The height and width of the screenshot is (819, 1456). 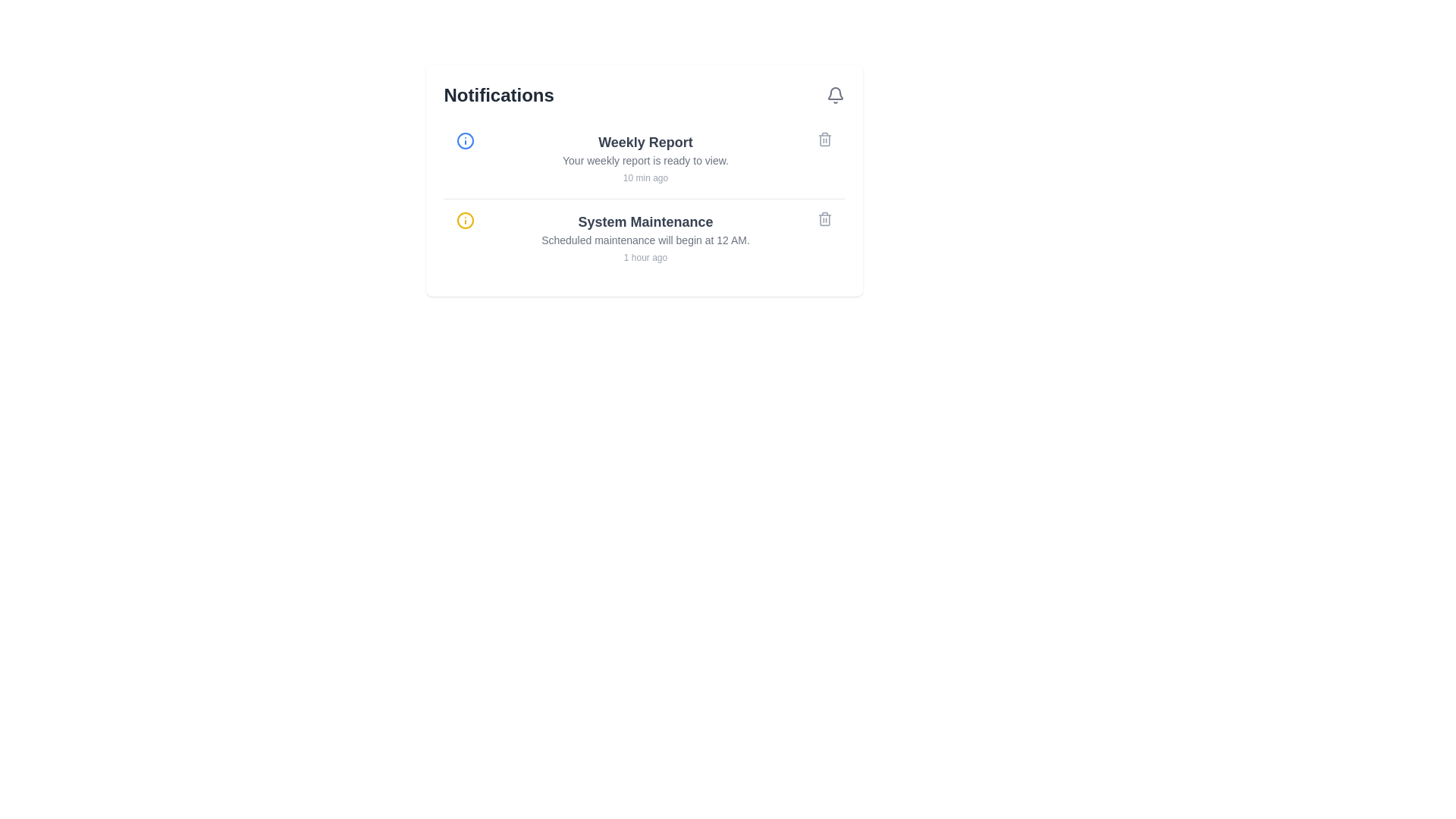 What do you see at coordinates (464, 140) in the screenshot?
I see `the Circle element within the SVG graphic that is part of an information or alert icon, located above the 'Weekly Report' text` at bounding box center [464, 140].